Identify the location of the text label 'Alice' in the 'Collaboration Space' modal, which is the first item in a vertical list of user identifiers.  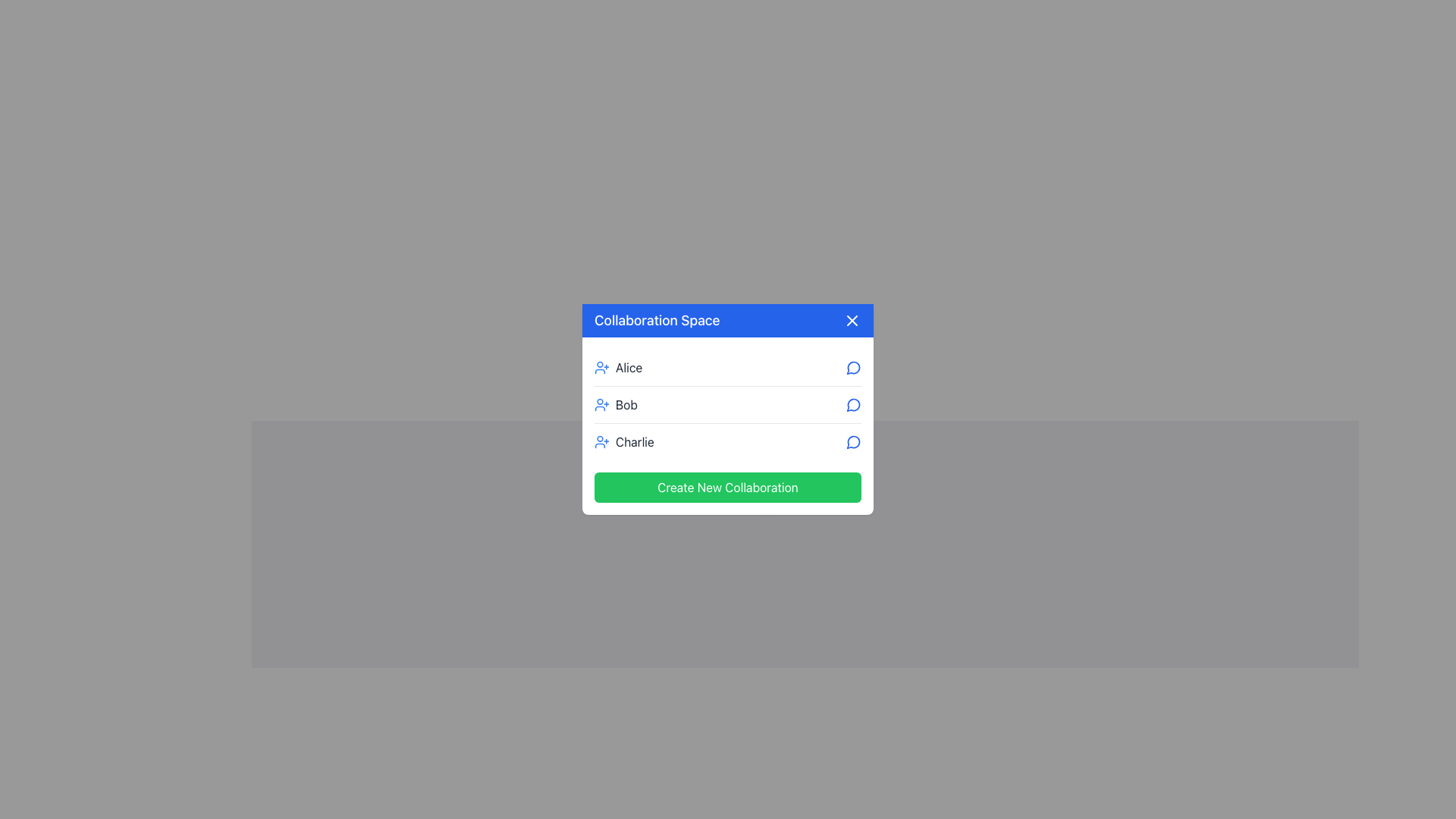
(618, 368).